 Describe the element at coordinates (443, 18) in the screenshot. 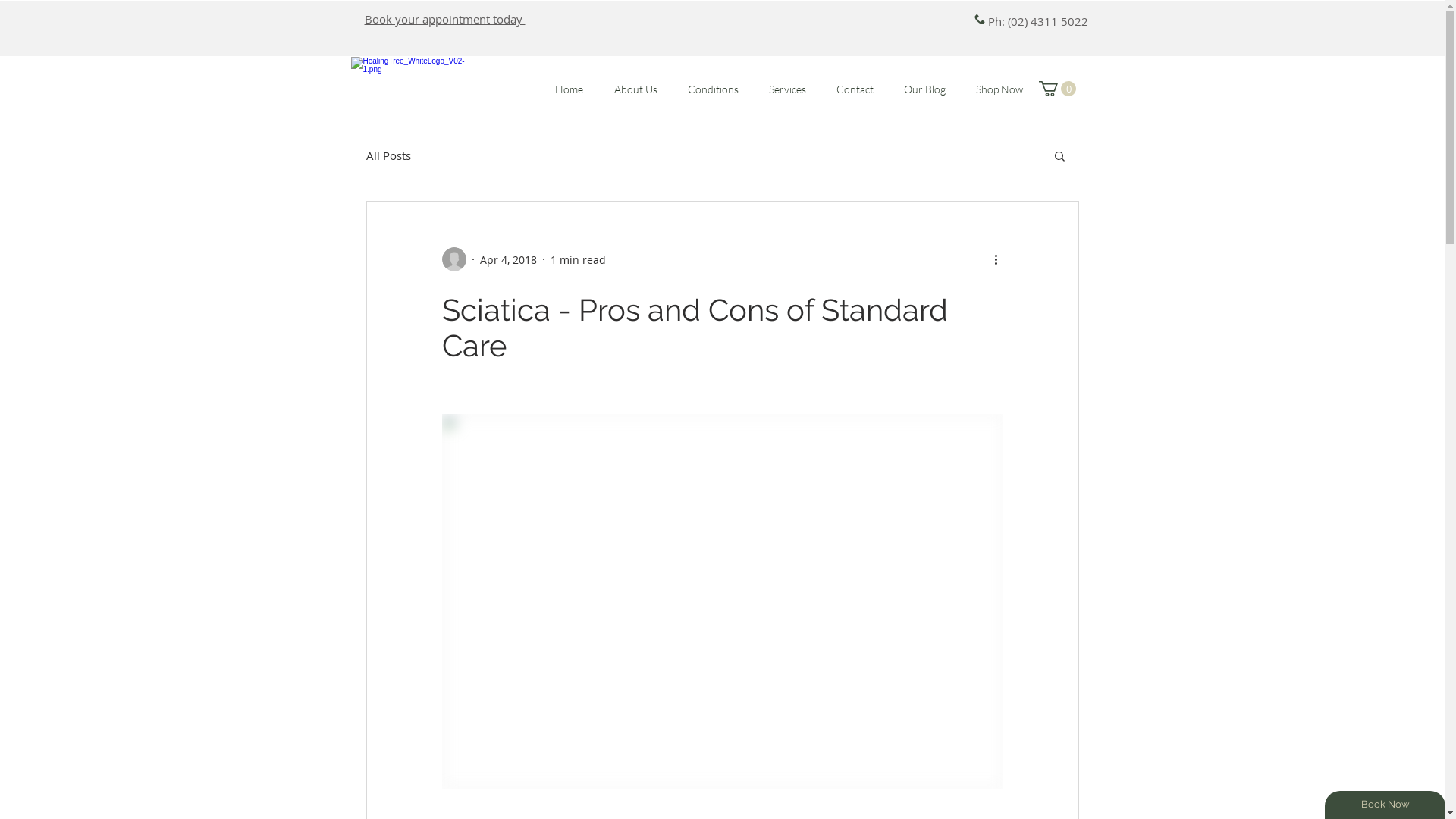

I see `'Book your appointment today '` at that location.